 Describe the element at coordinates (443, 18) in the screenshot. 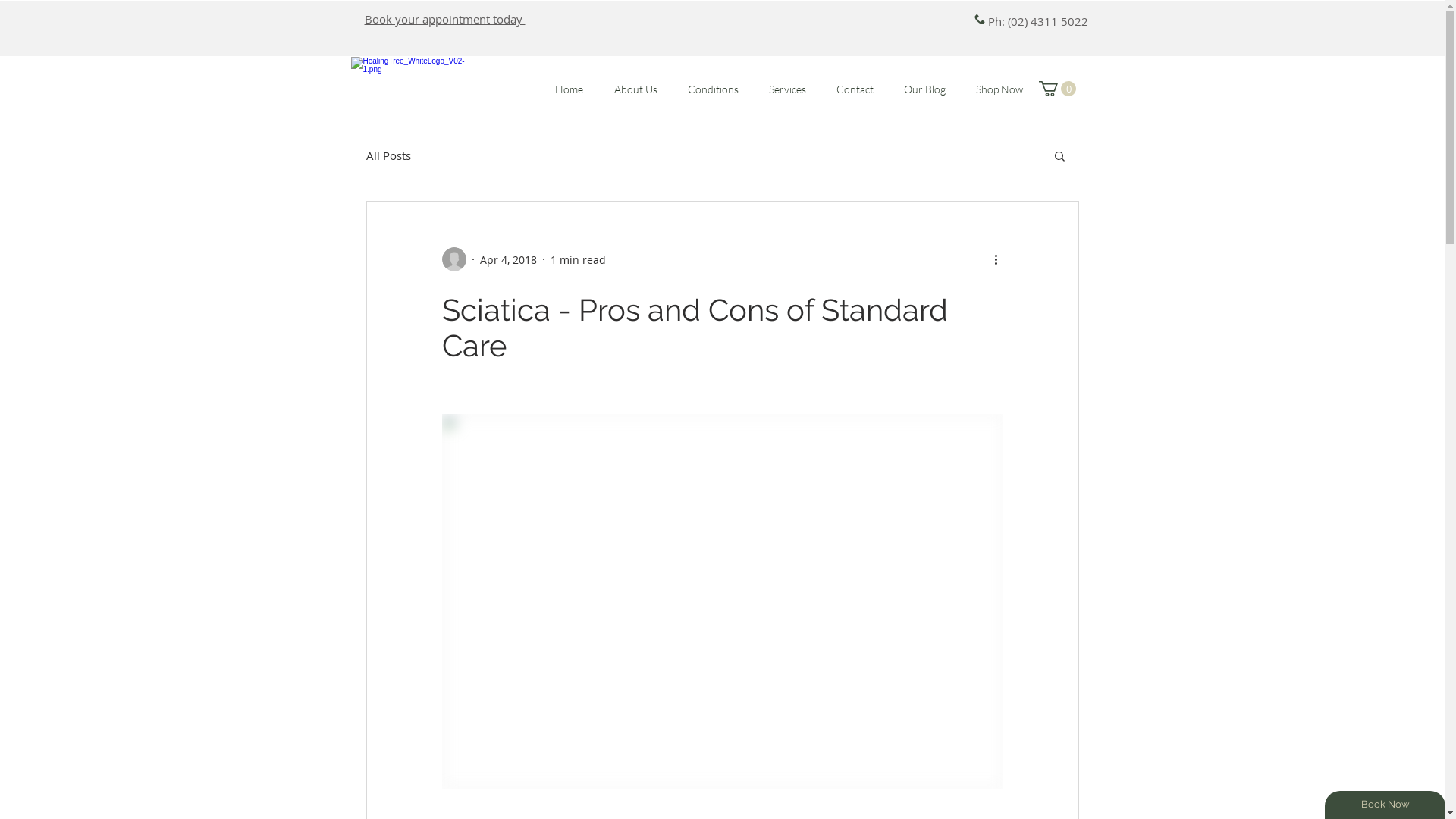

I see `'Book your appointment today '` at that location.